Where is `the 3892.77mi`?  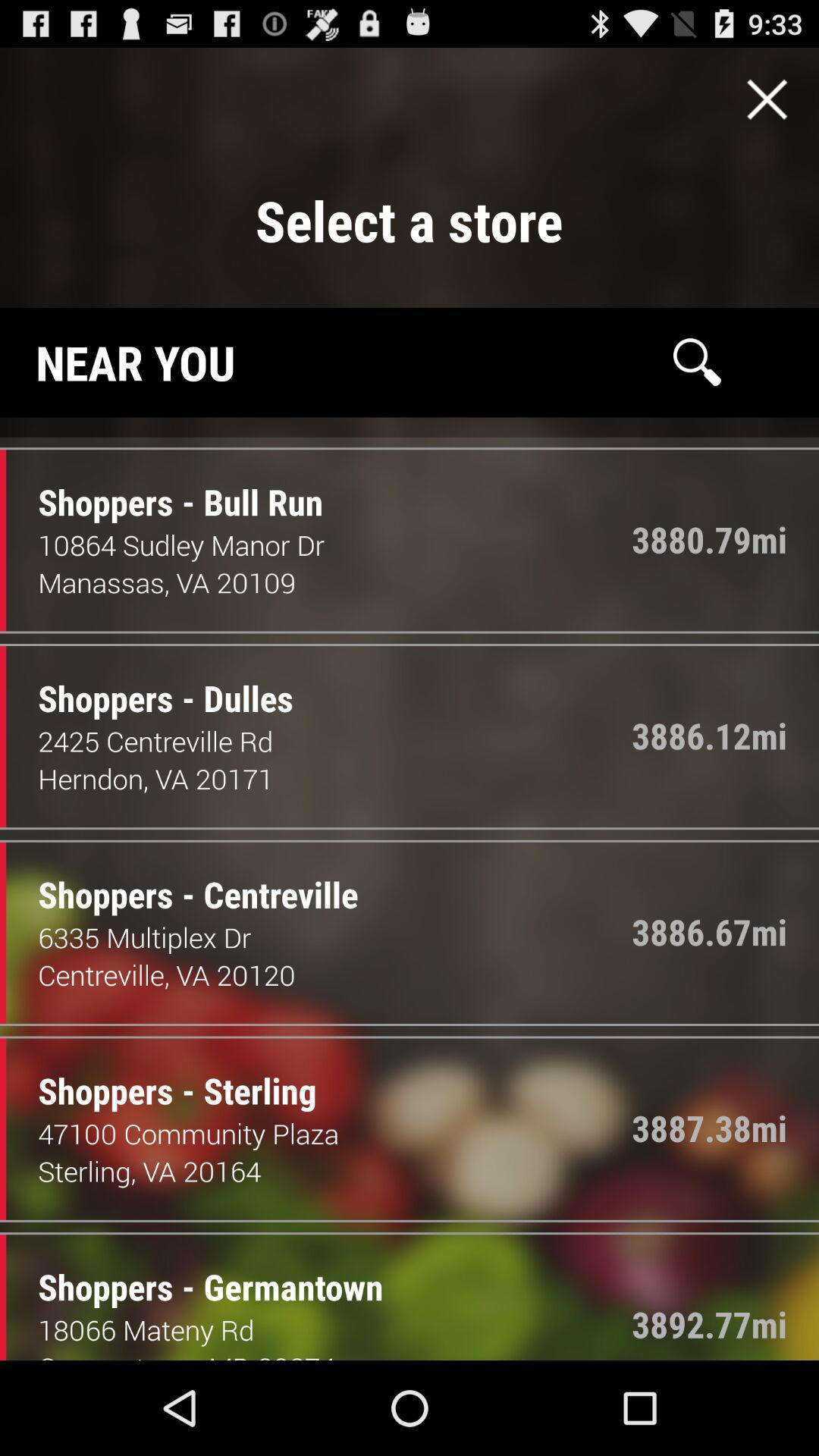
the 3892.77mi is located at coordinates (709, 1323).